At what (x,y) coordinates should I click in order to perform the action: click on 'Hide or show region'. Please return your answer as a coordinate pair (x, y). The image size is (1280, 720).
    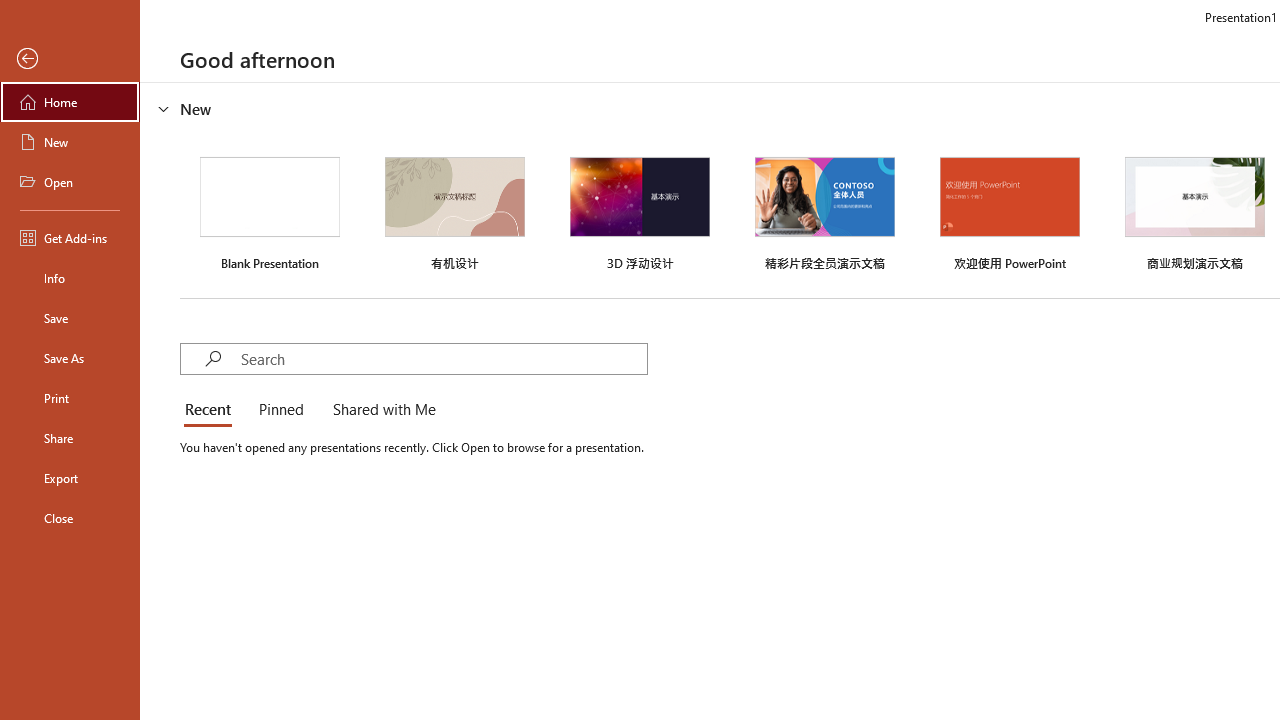
    Looking at the image, I should click on (164, 109).